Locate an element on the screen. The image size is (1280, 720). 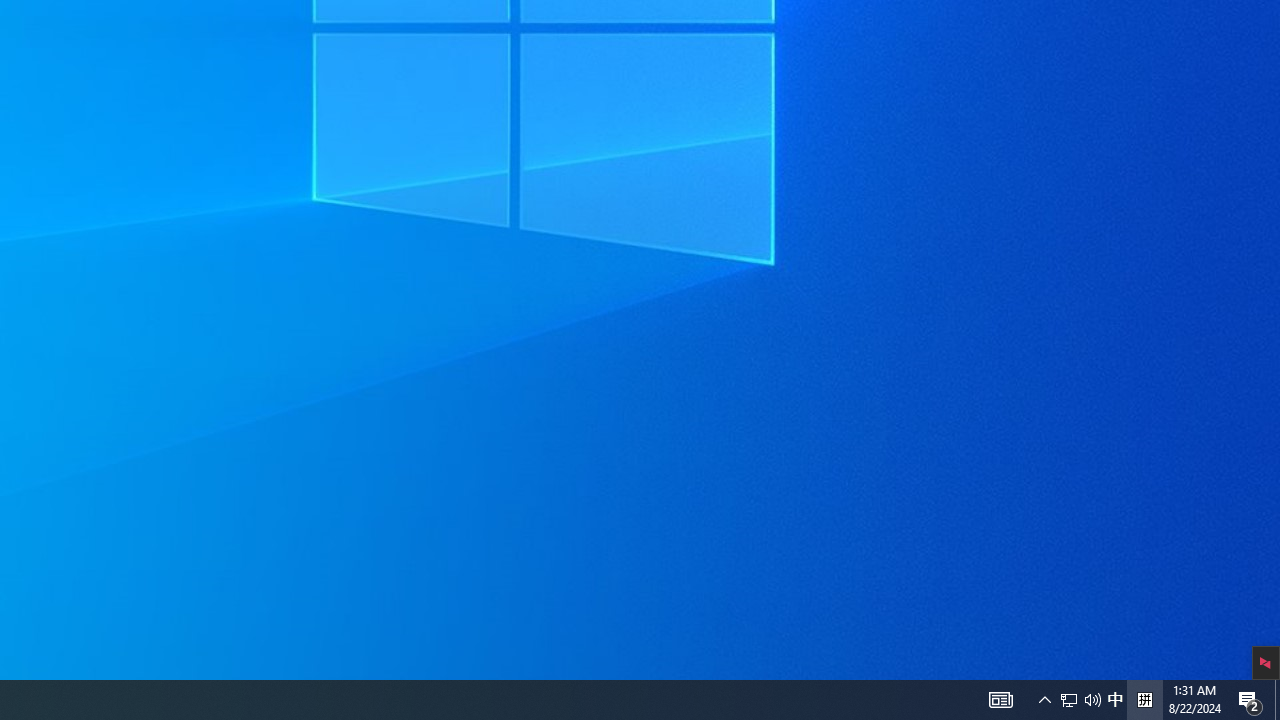
'Q2790: 100%' is located at coordinates (1092, 698).